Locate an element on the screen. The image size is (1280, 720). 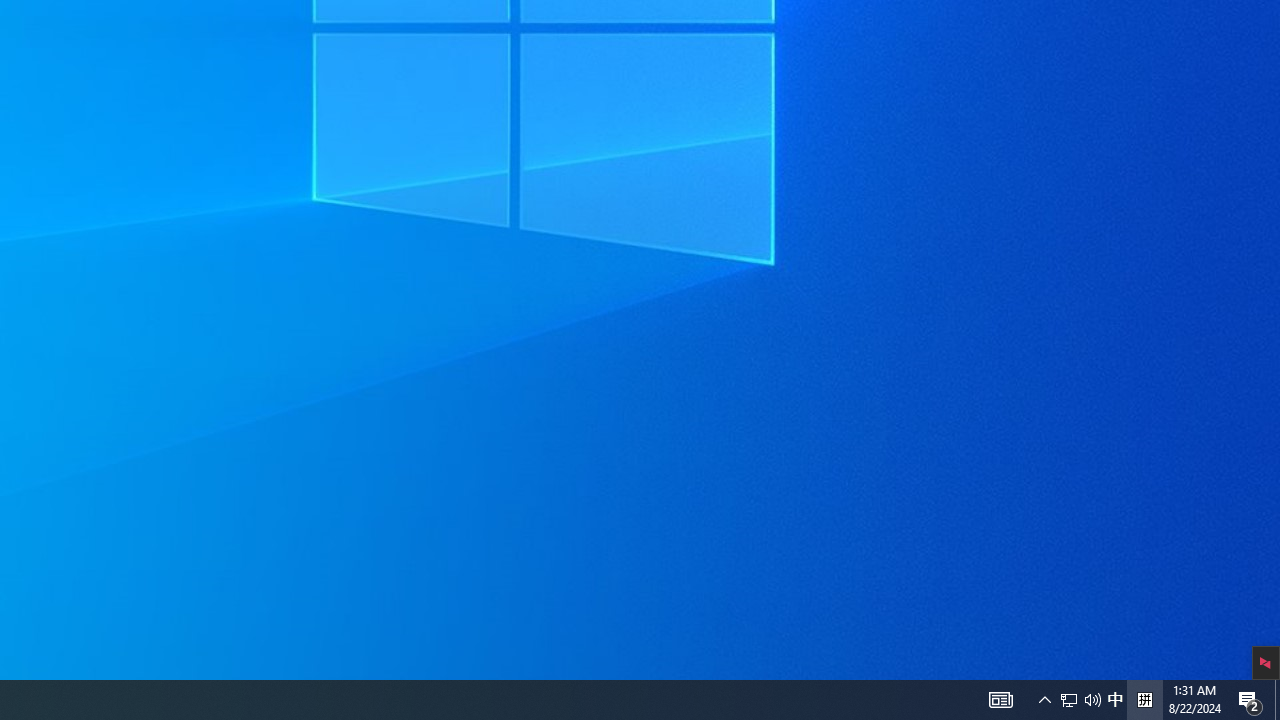
'Q2790: 100%' is located at coordinates (1092, 698).